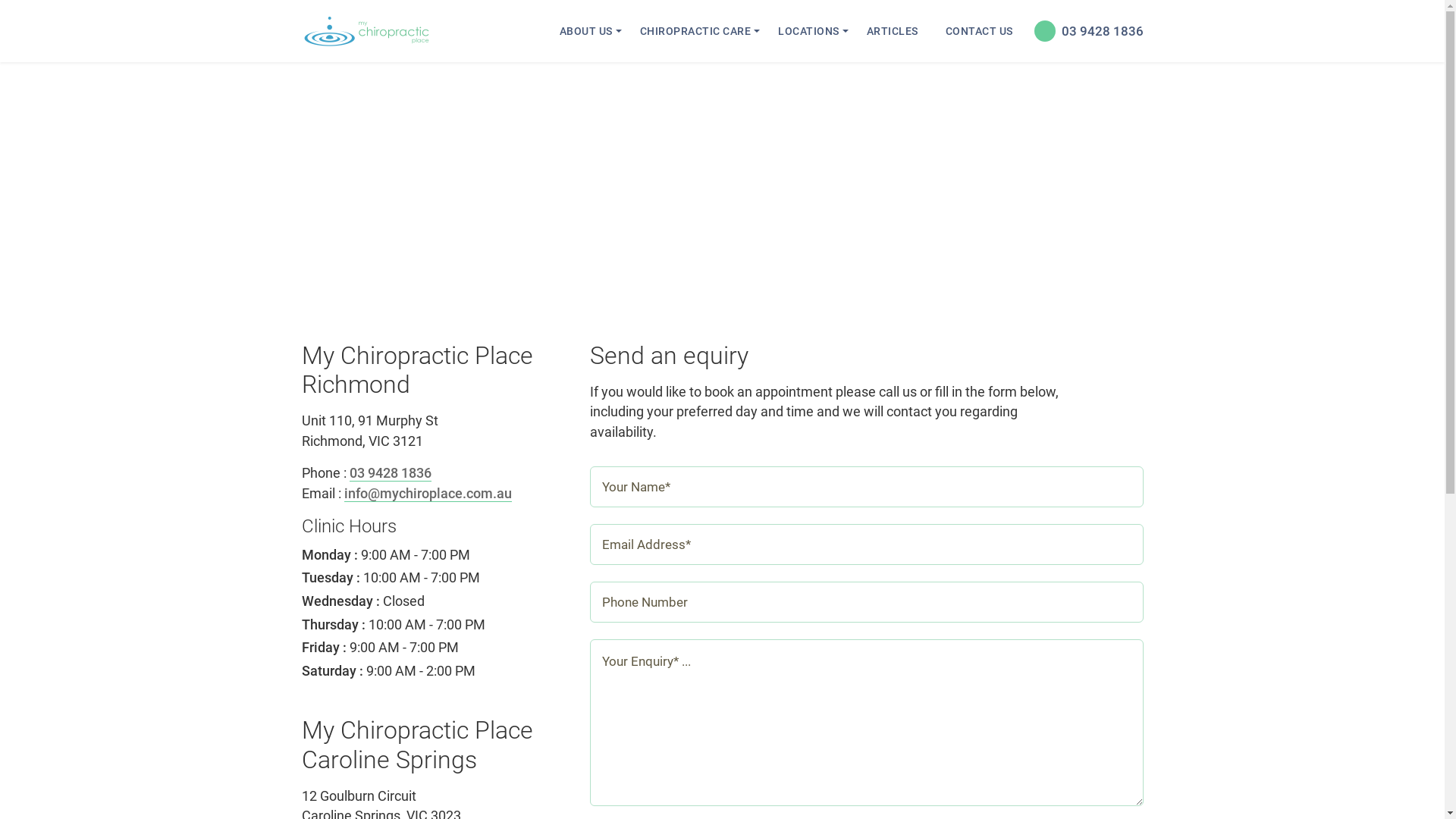 This screenshot has width=1456, height=819. What do you see at coordinates (427, 494) in the screenshot?
I see `'info@mychiroplace.com.au'` at bounding box center [427, 494].